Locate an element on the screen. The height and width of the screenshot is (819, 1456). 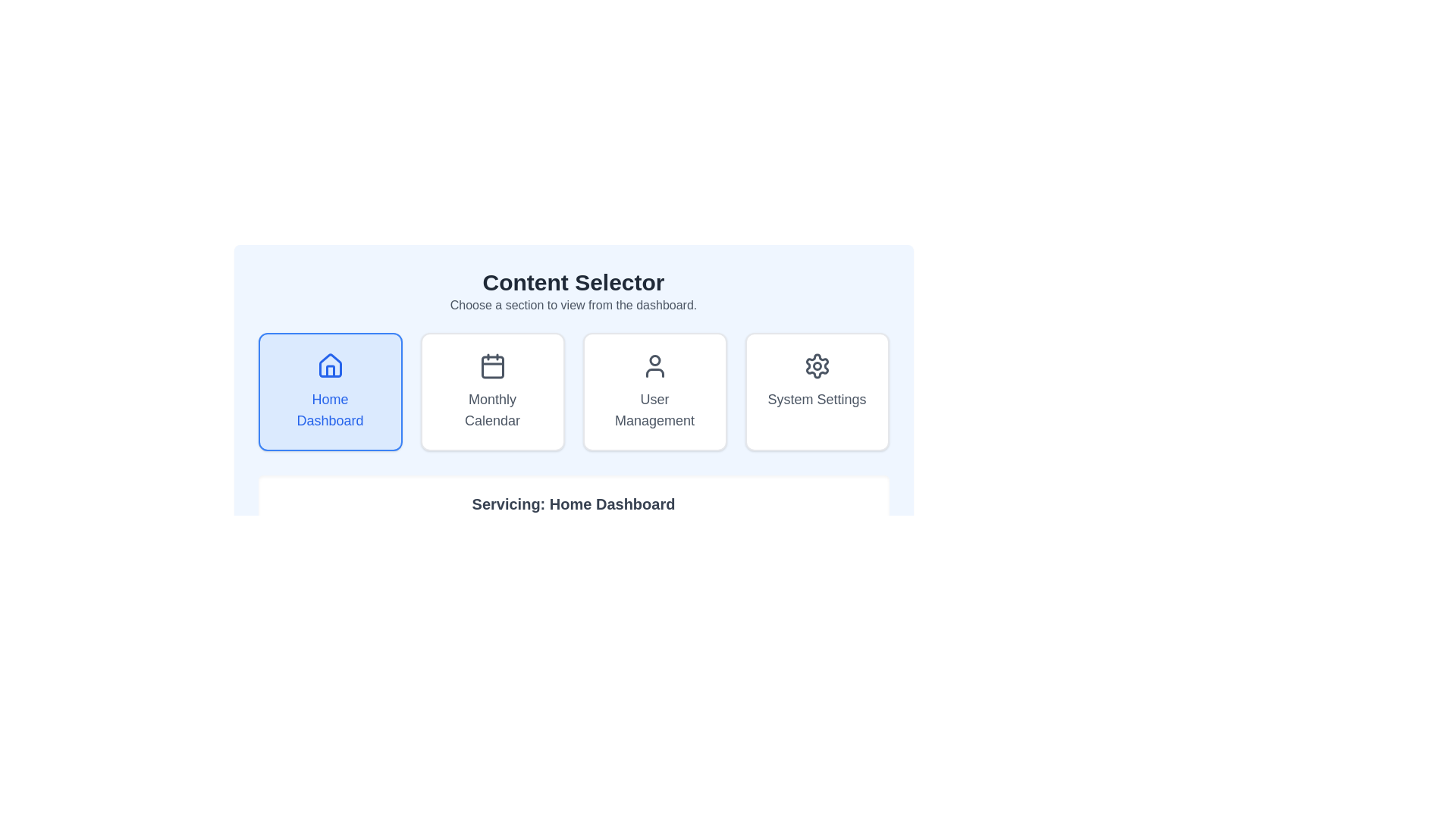
label describing the 'Monthly Calendar' feature located at the center bottom of the second card under the 'Content Selector' header is located at coordinates (492, 409).